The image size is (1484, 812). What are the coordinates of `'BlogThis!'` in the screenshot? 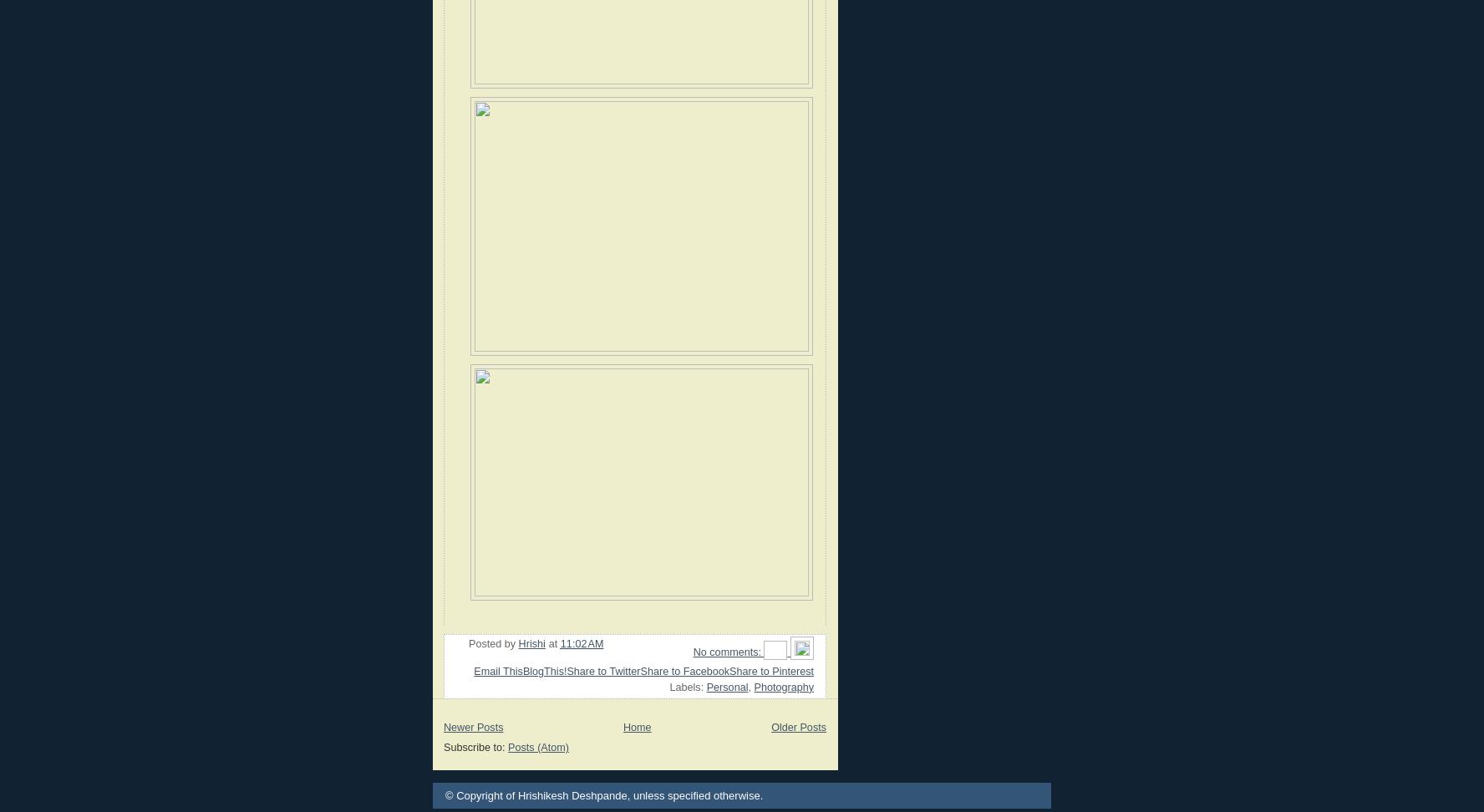 It's located at (543, 669).